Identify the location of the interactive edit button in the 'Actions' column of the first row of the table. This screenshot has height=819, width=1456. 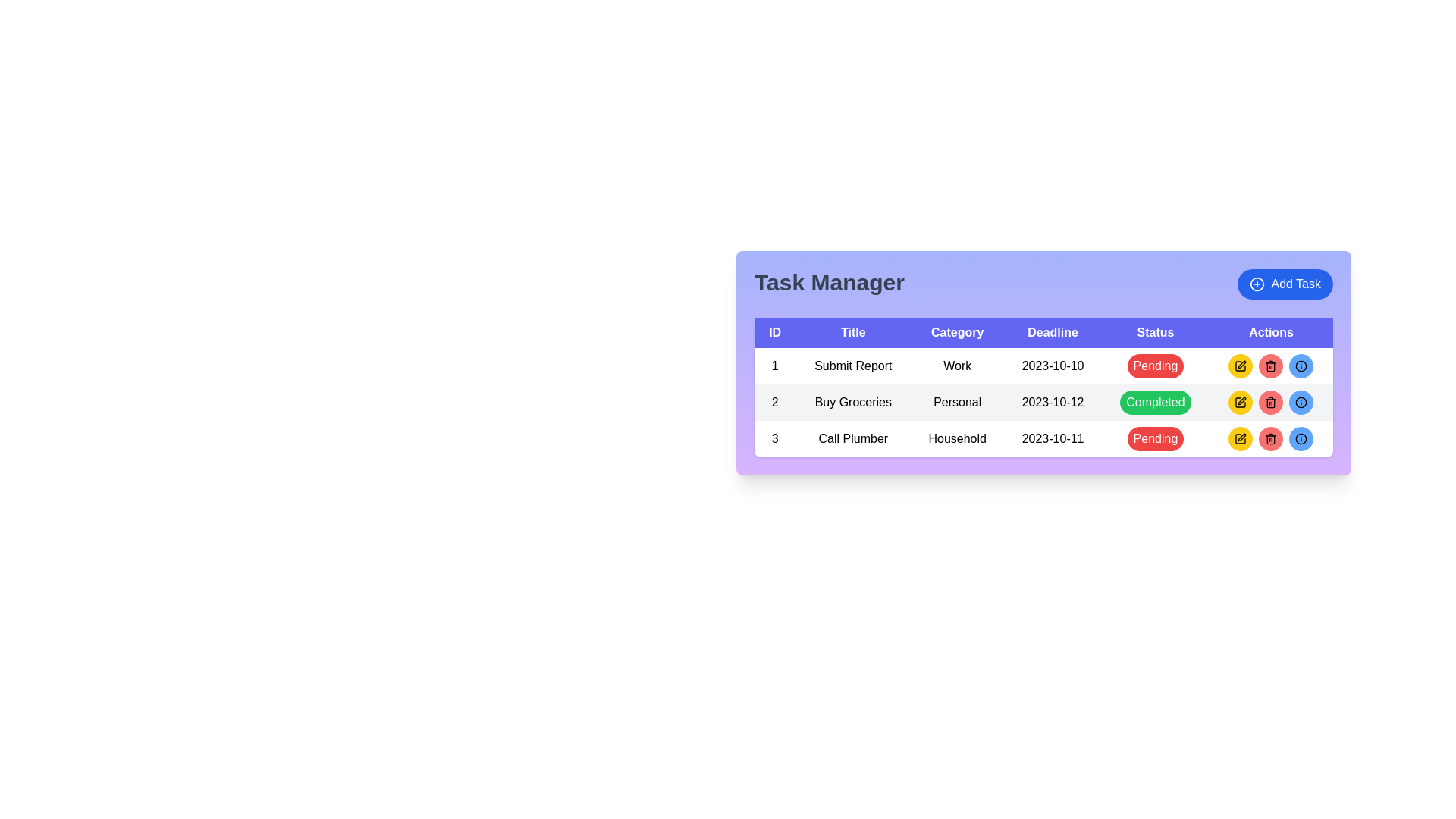
(1241, 366).